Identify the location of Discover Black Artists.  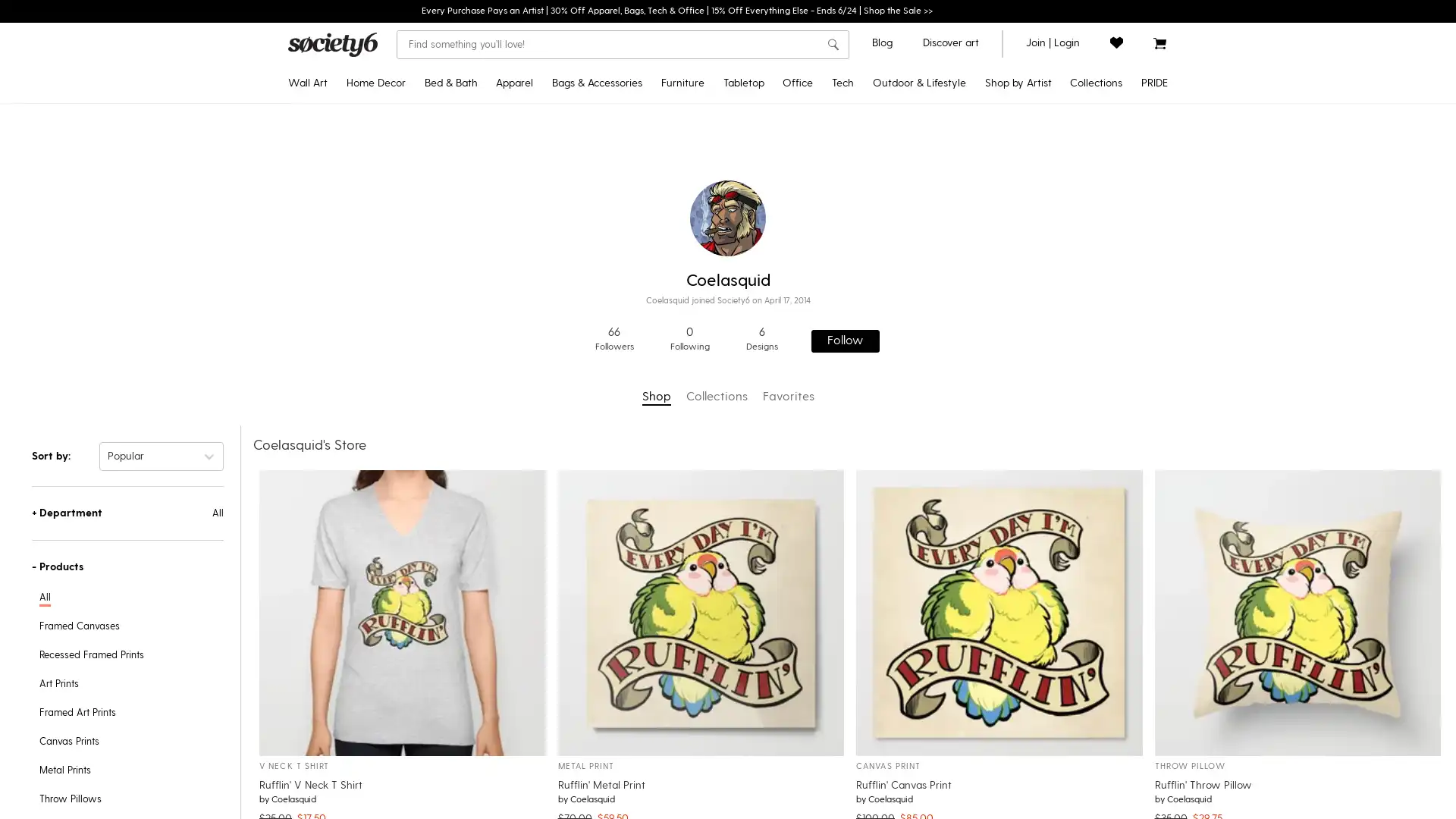
(1040, 195).